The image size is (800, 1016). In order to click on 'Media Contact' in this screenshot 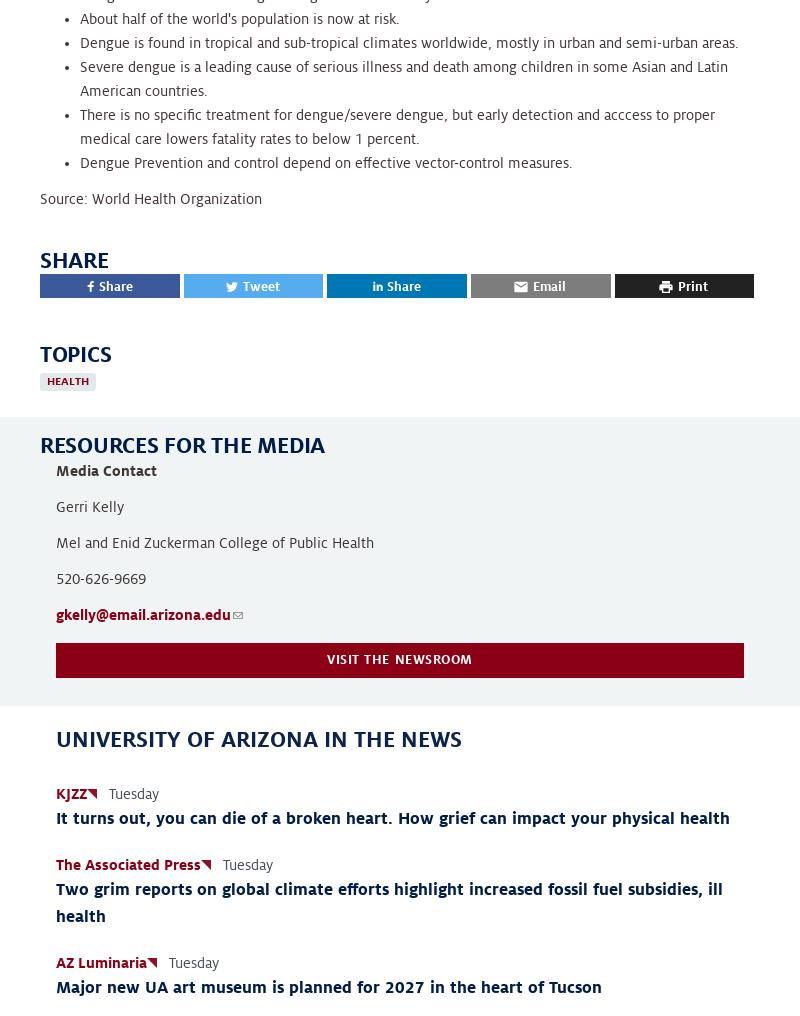, I will do `click(105, 471)`.